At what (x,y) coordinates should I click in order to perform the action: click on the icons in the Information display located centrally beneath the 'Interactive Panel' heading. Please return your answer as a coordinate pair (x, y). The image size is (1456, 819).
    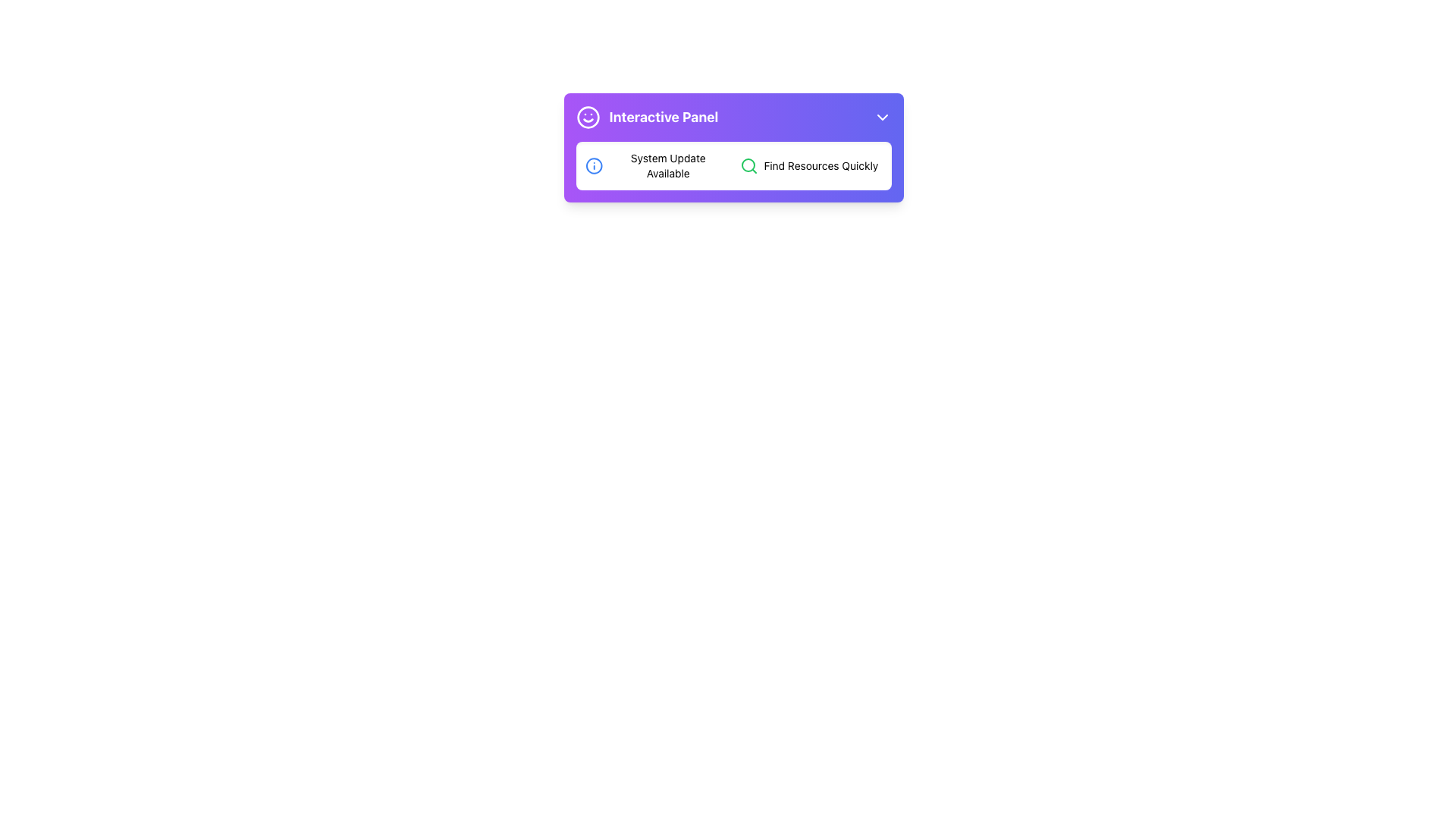
    Looking at the image, I should click on (733, 166).